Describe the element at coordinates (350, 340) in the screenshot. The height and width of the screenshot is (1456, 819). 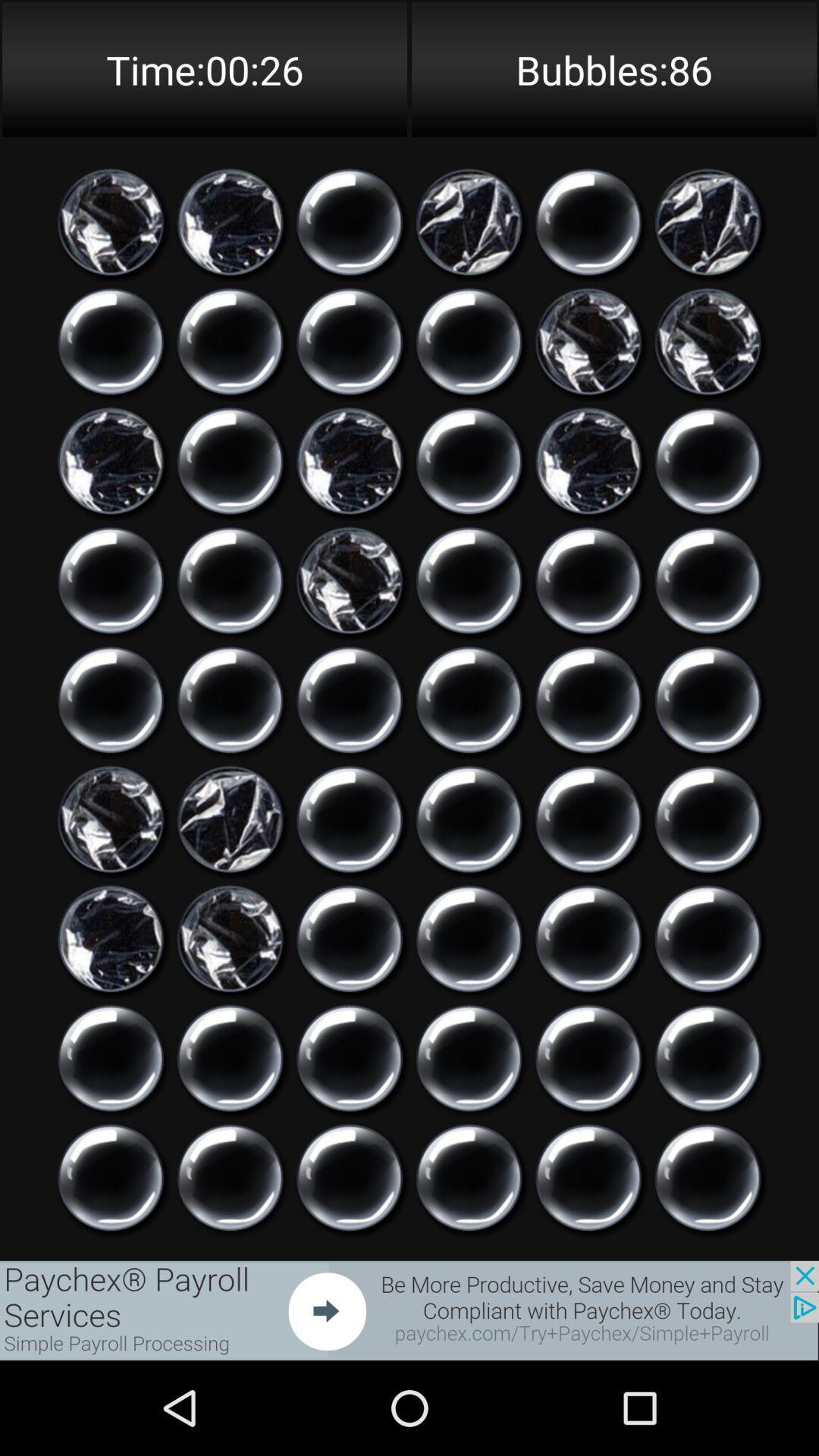
I see `stress reliever bursting bubble` at that location.